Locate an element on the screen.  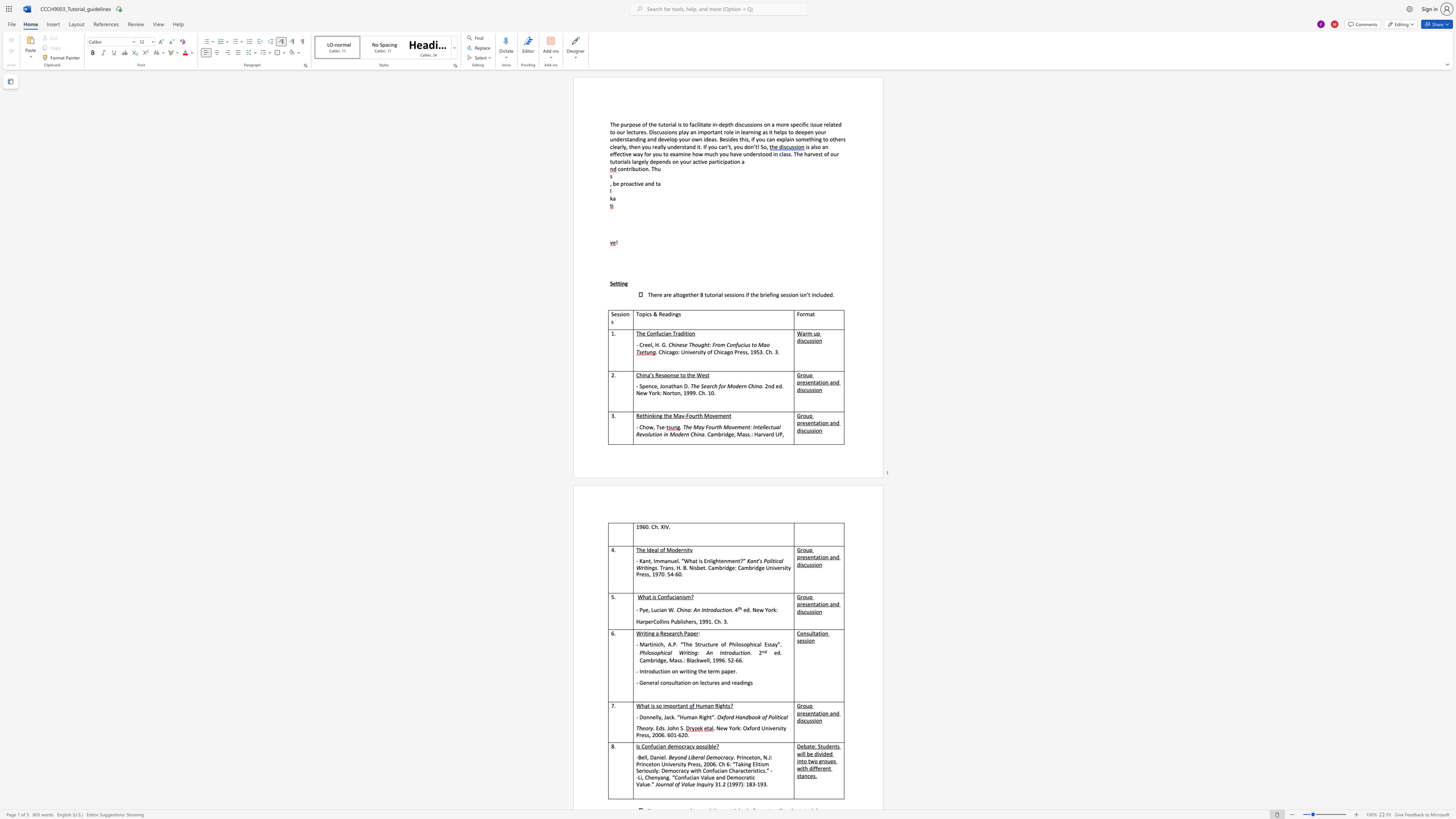
the subset text "cuss" within the text "Group presentation and discussion" is located at coordinates (803, 611).